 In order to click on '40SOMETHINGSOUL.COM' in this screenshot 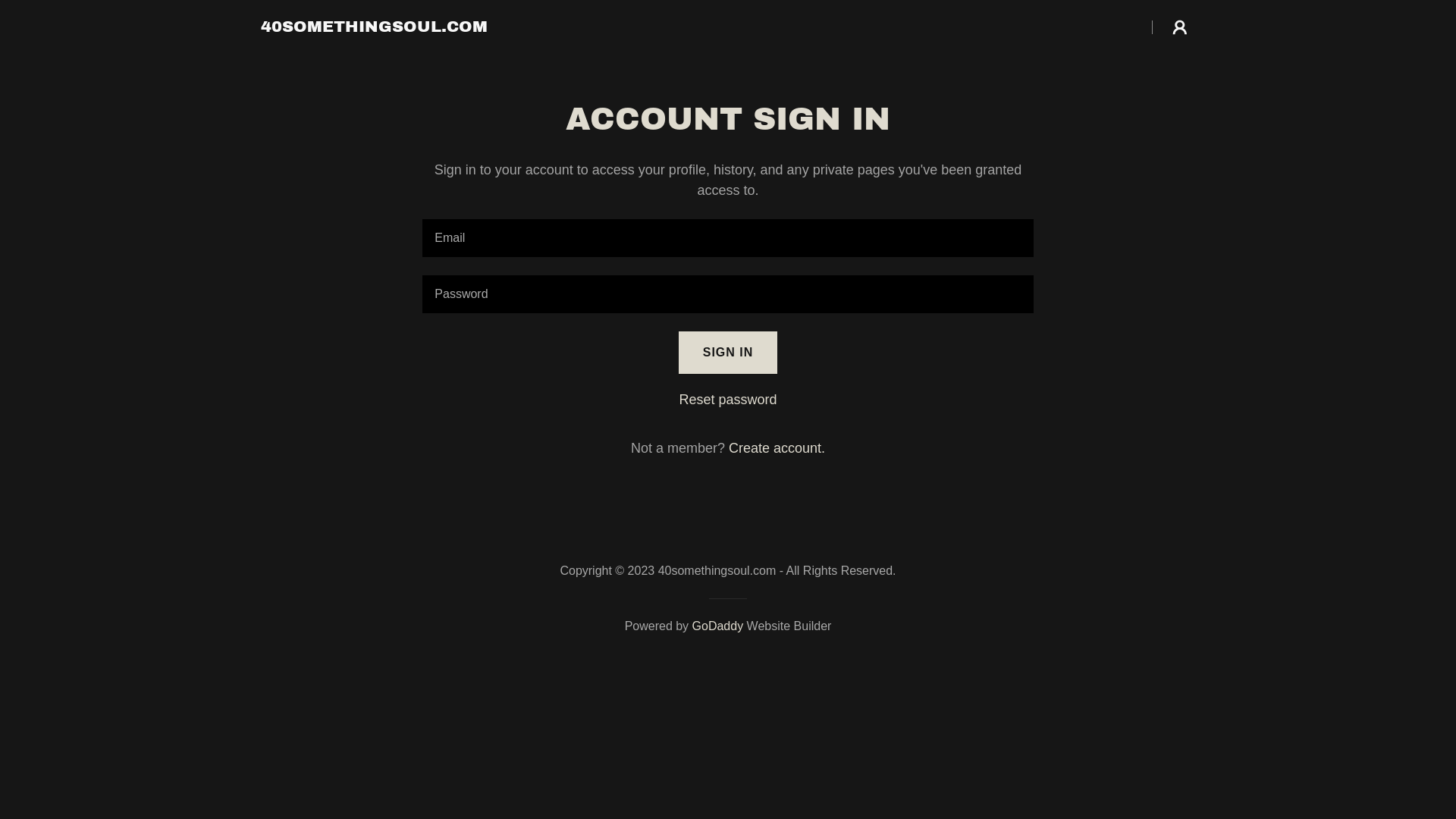, I will do `click(374, 27)`.